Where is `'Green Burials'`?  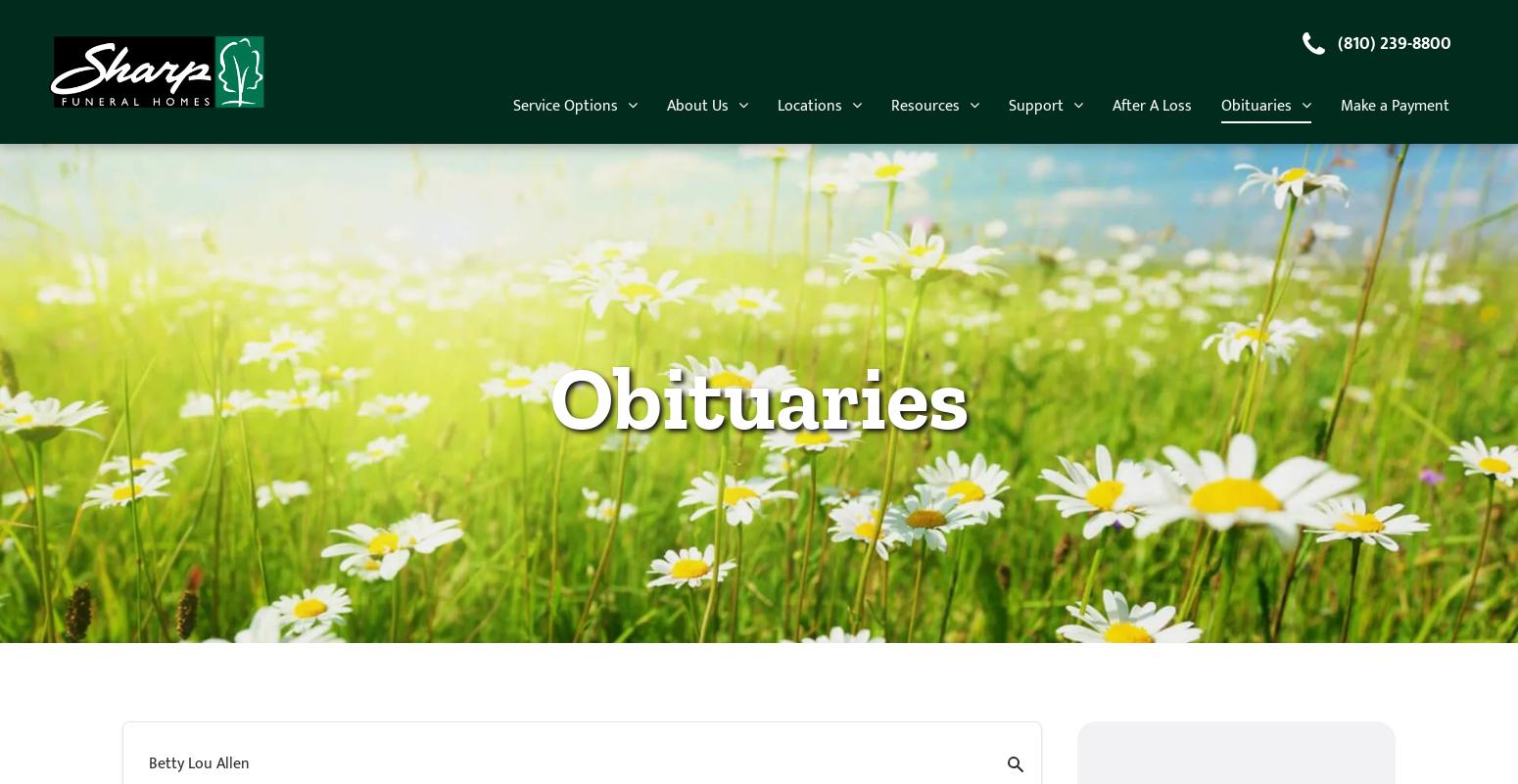 'Green Burials' is located at coordinates (724, 401).